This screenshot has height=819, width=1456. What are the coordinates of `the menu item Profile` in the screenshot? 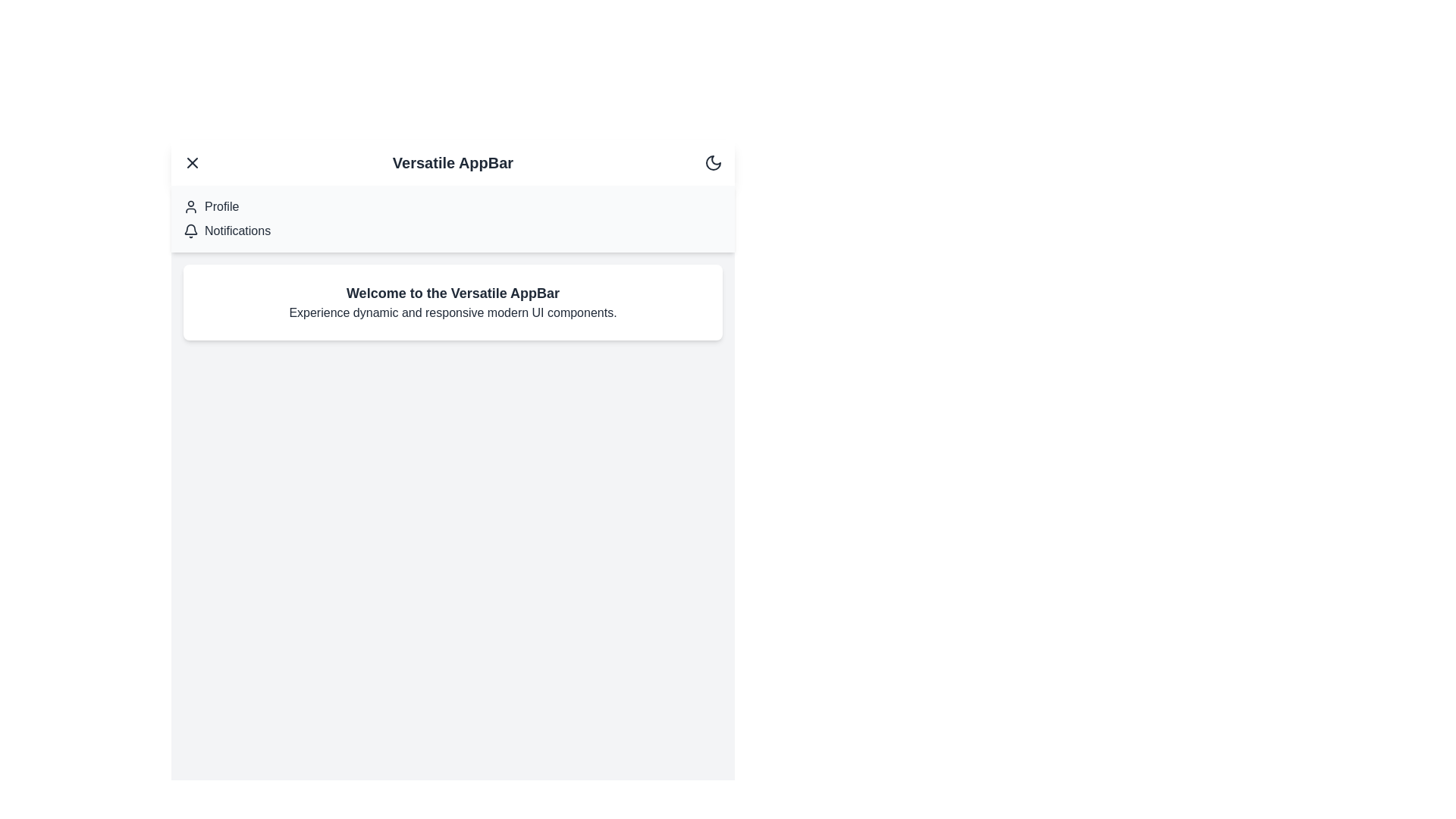 It's located at (192, 207).